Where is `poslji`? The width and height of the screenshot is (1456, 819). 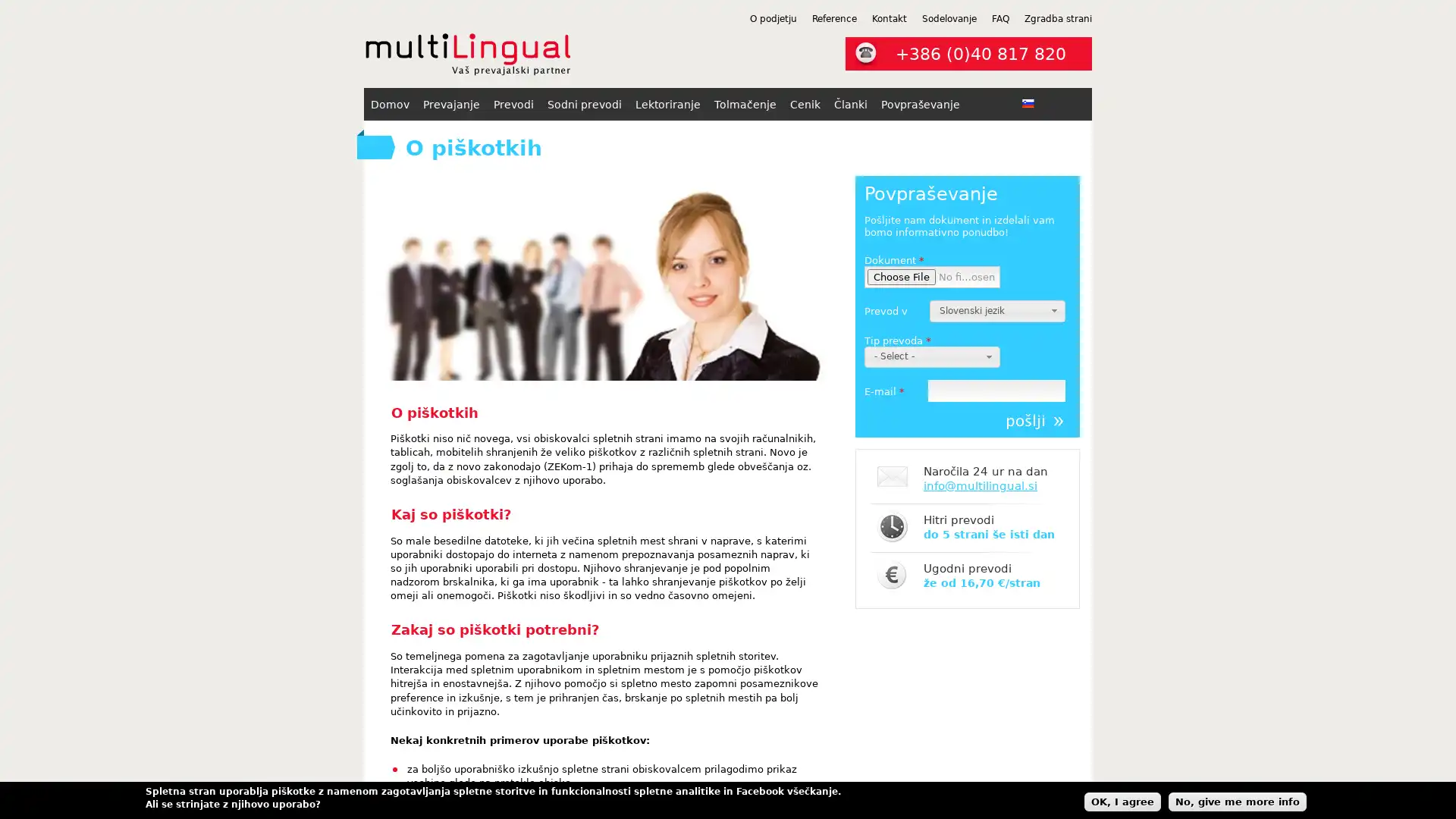 poslji is located at coordinates (1034, 421).